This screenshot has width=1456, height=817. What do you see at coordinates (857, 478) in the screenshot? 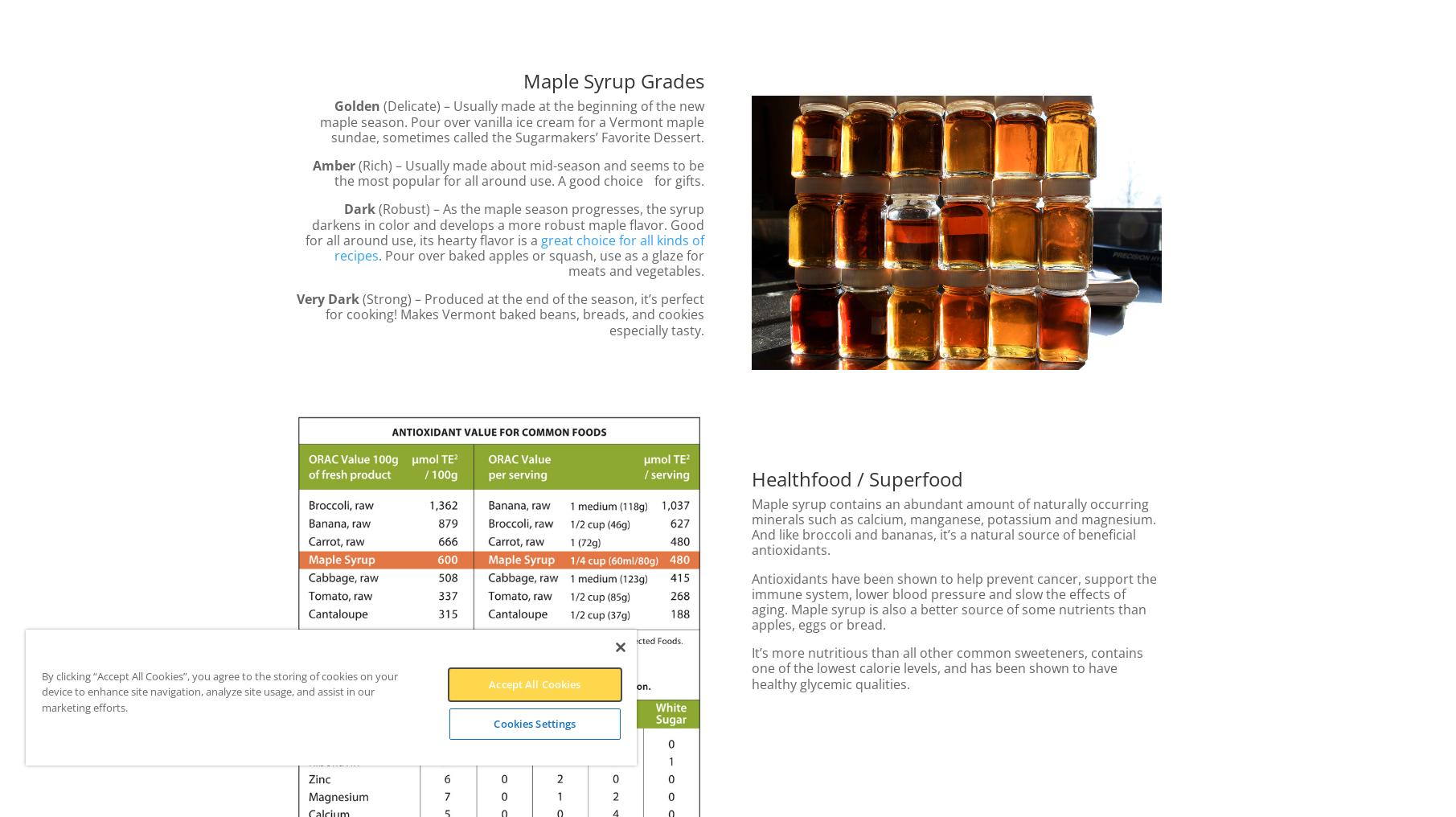
I see `'Healthfood / Superfood'` at bounding box center [857, 478].